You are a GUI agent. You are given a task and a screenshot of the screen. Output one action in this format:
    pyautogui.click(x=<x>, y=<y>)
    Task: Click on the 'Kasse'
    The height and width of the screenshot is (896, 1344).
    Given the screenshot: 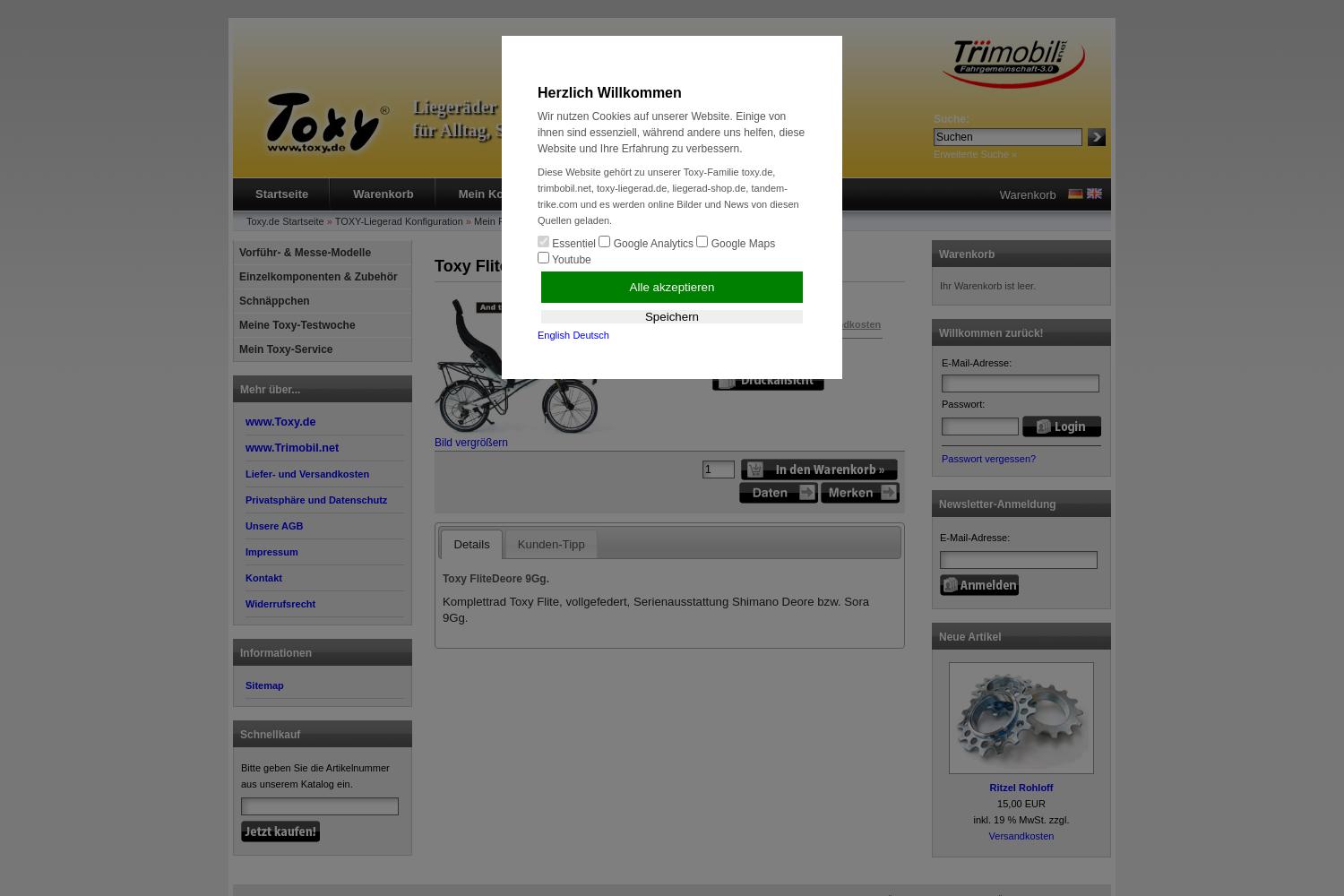 What is the action you would take?
    pyautogui.click(x=692, y=193)
    